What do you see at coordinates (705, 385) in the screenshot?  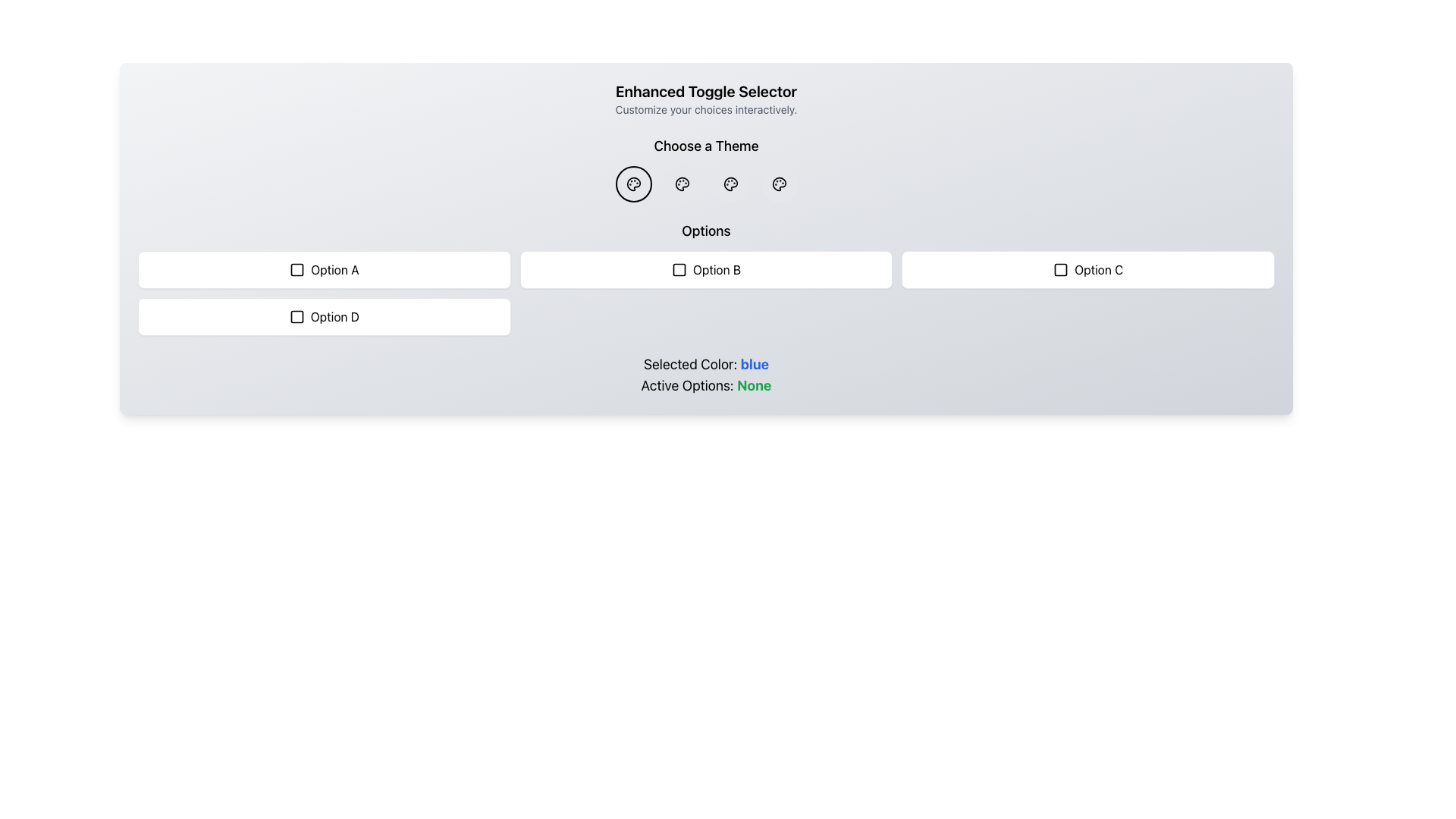 I see `the Text Label that displays the status of the active options, located below the 'Selected Color' text` at bounding box center [705, 385].